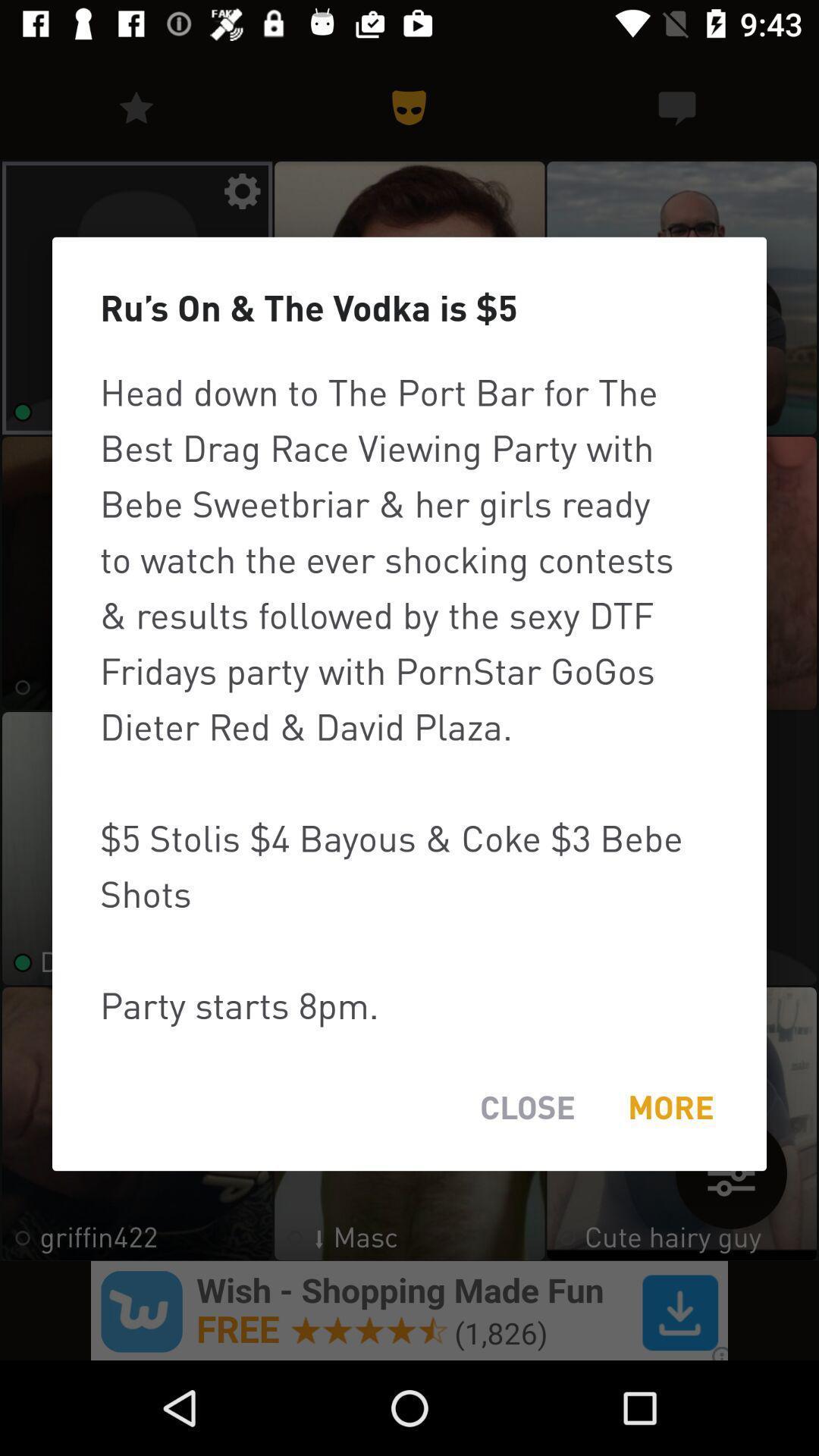 This screenshot has height=1456, width=819. Describe the element at coordinates (526, 1107) in the screenshot. I see `the icon next to the more` at that location.